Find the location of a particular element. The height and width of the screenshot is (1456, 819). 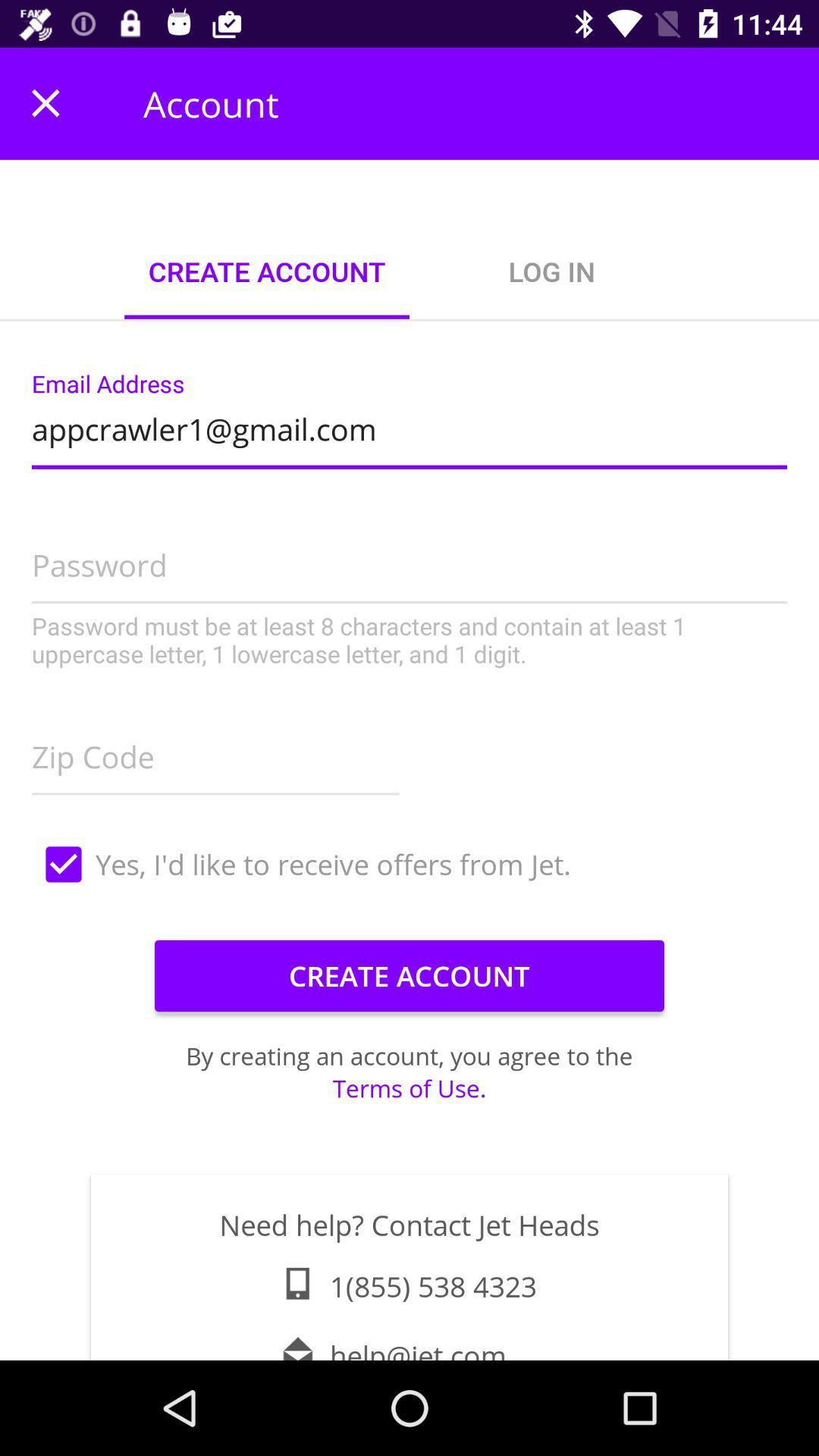

the icon below the by creating an is located at coordinates (409, 1087).